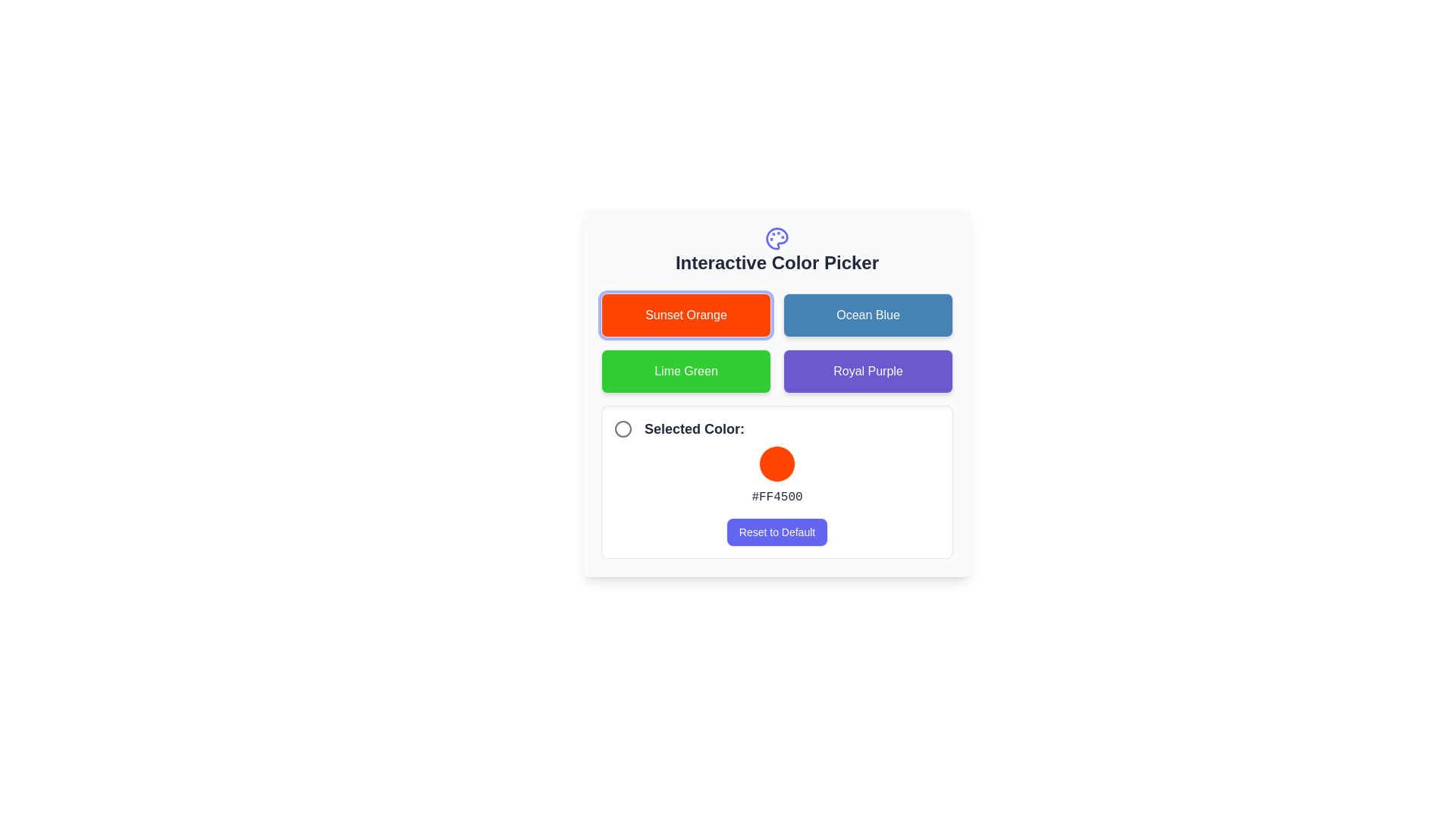 The width and height of the screenshot is (1456, 819). What do you see at coordinates (777, 262) in the screenshot?
I see `the main title or heading static text located at the top center of the interface, beneath the circular color palette icon` at bounding box center [777, 262].